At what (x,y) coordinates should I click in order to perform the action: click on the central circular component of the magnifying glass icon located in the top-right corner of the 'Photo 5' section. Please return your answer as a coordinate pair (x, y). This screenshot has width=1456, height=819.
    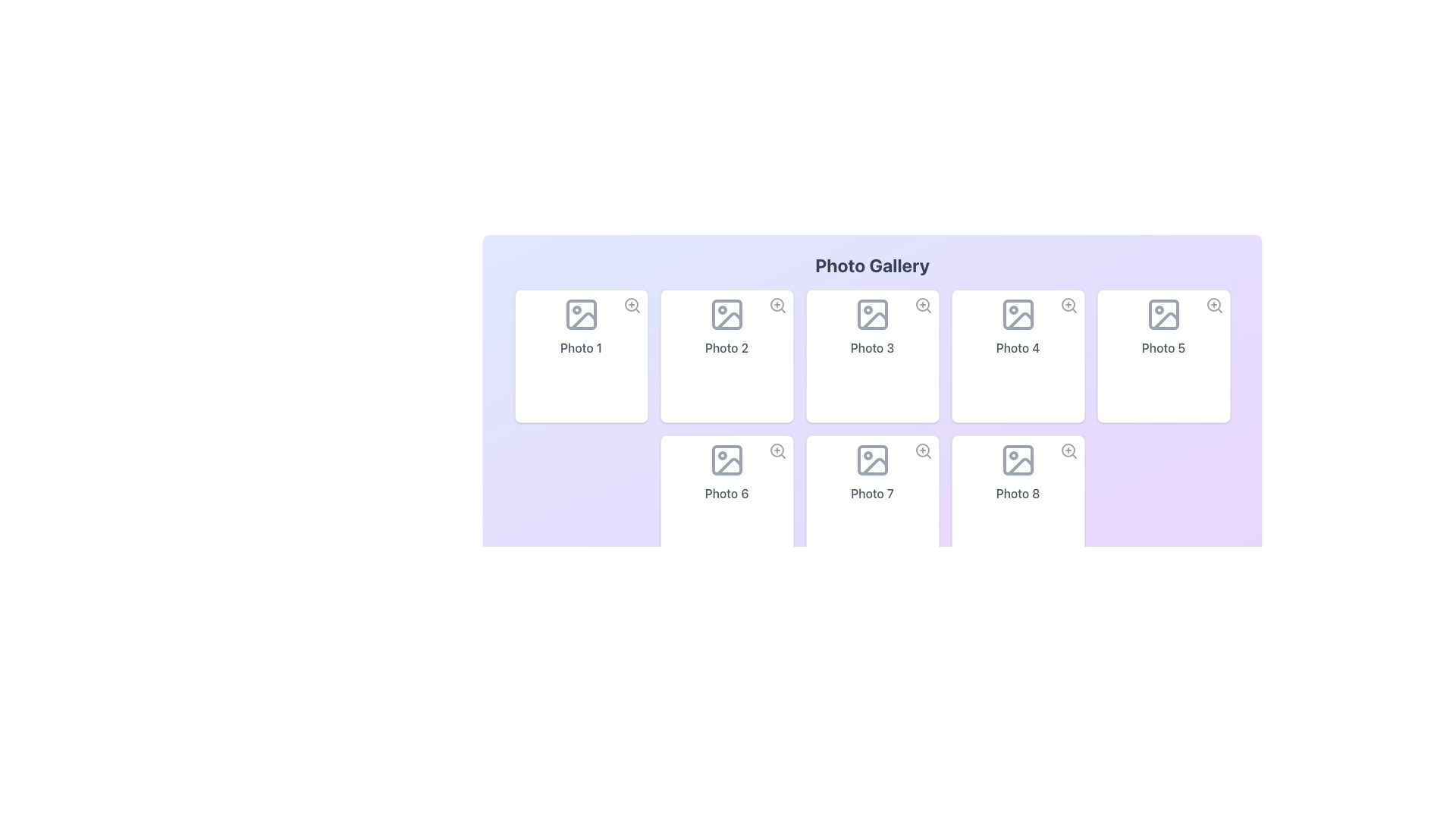
    Looking at the image, I should click on (1213, 304).